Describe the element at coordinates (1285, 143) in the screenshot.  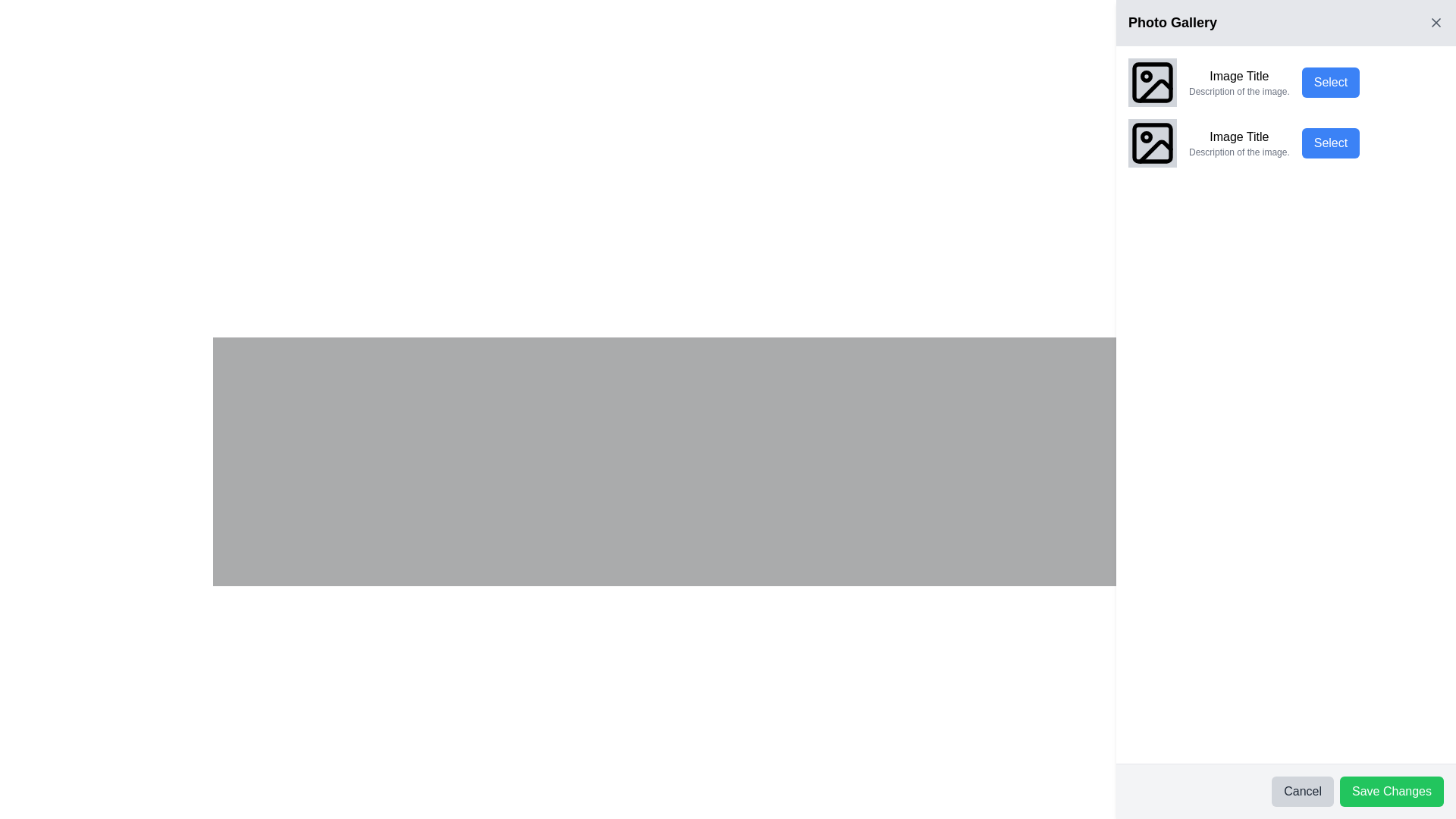
I see `the 'Select' button on the second card in the photo gallery interface, which features an image on the left, stacked text, and a contrasting blue button on the right` at that location.